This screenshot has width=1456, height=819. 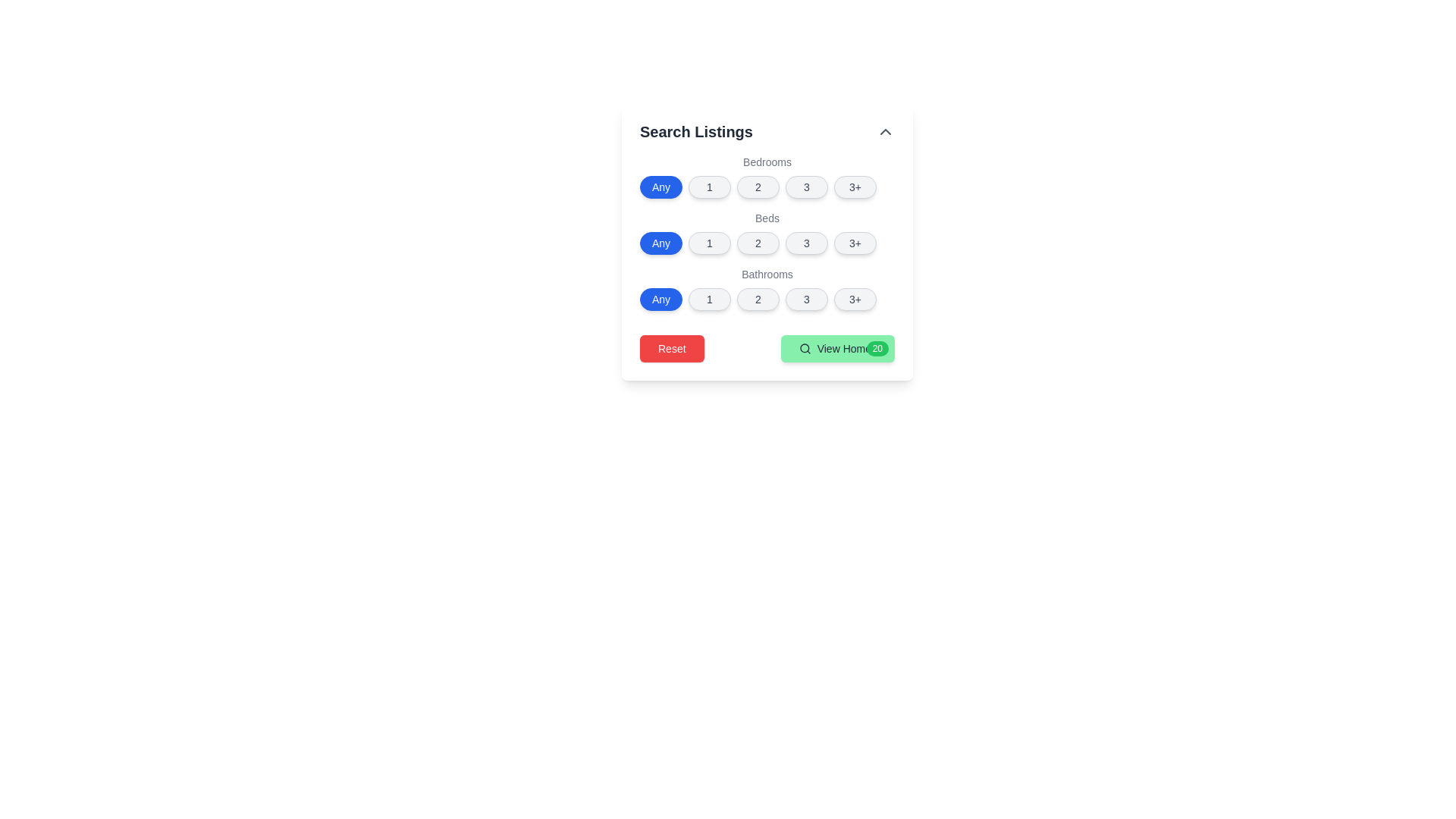 I want to click on the interactive button in the bottom-right corner of the 'Search Listings' card layout for keyboard interaction, so click(x=836, y=348).